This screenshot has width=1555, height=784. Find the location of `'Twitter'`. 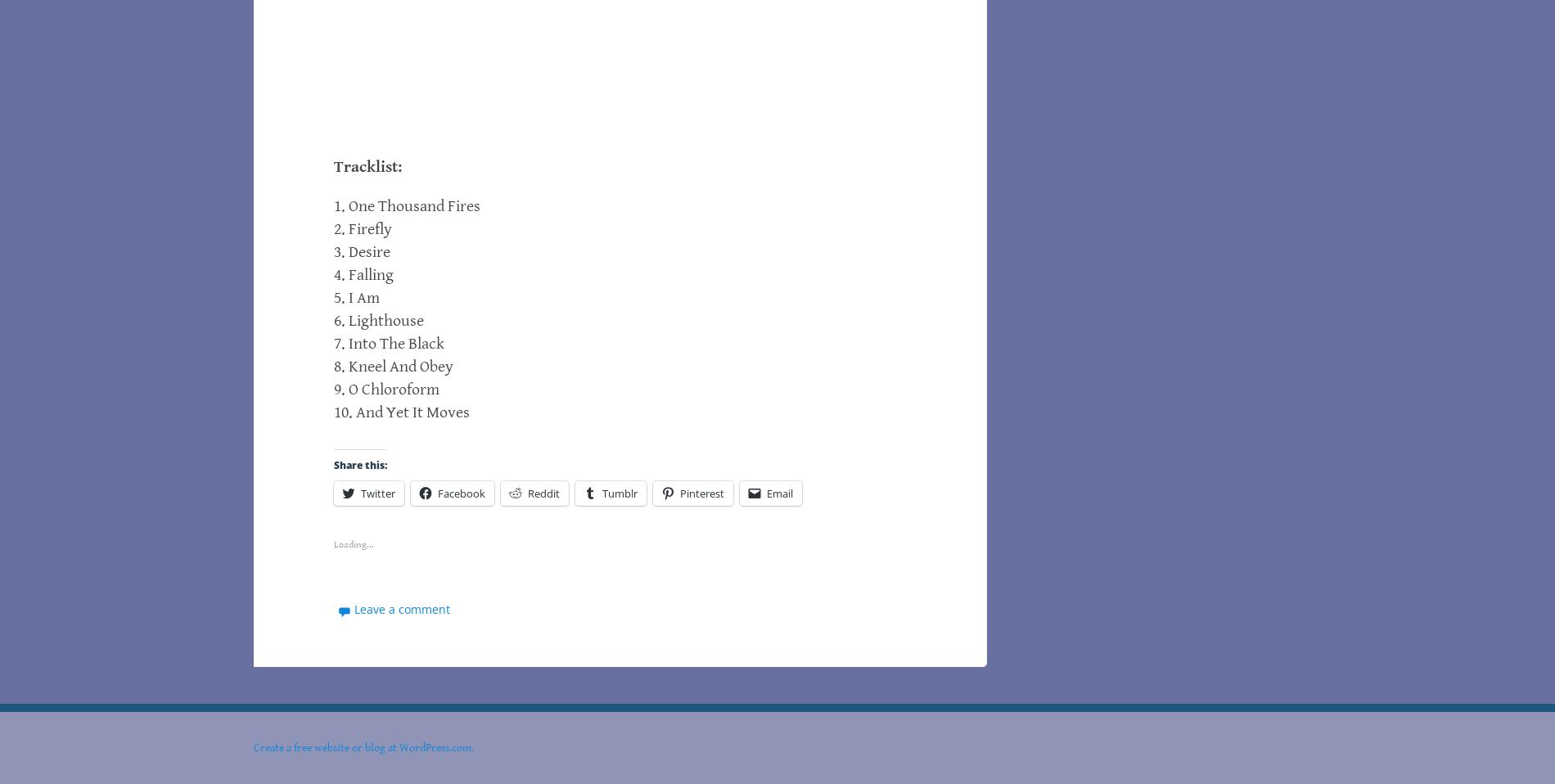

'Twitter' is located at coordinates (359, 493).